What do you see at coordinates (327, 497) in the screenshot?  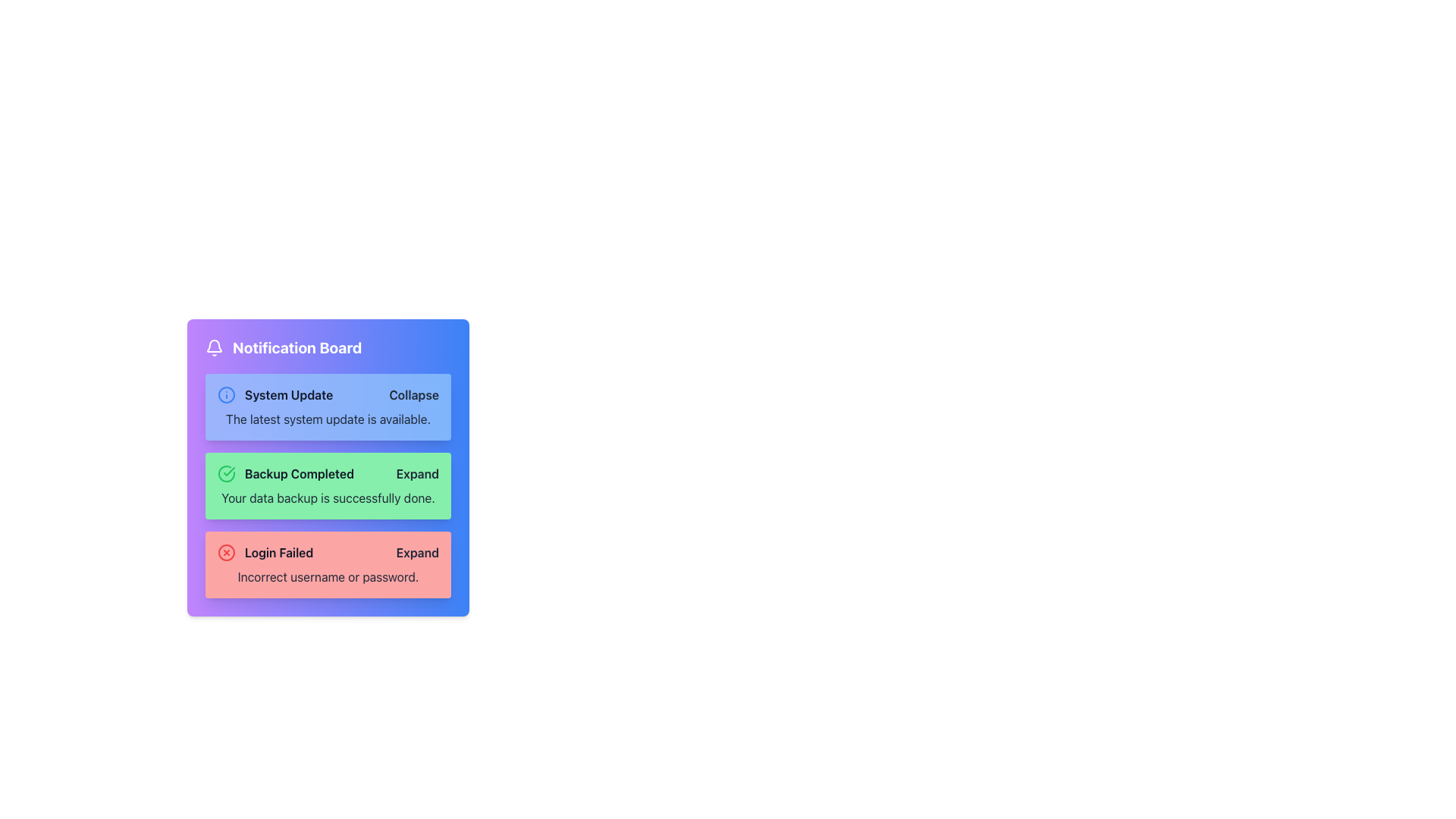 I see `informational message from the text label indicating the successful completion of a data backup, located within the green notification card titled 'Backup Completed.'` at bounding box center [327, 497].